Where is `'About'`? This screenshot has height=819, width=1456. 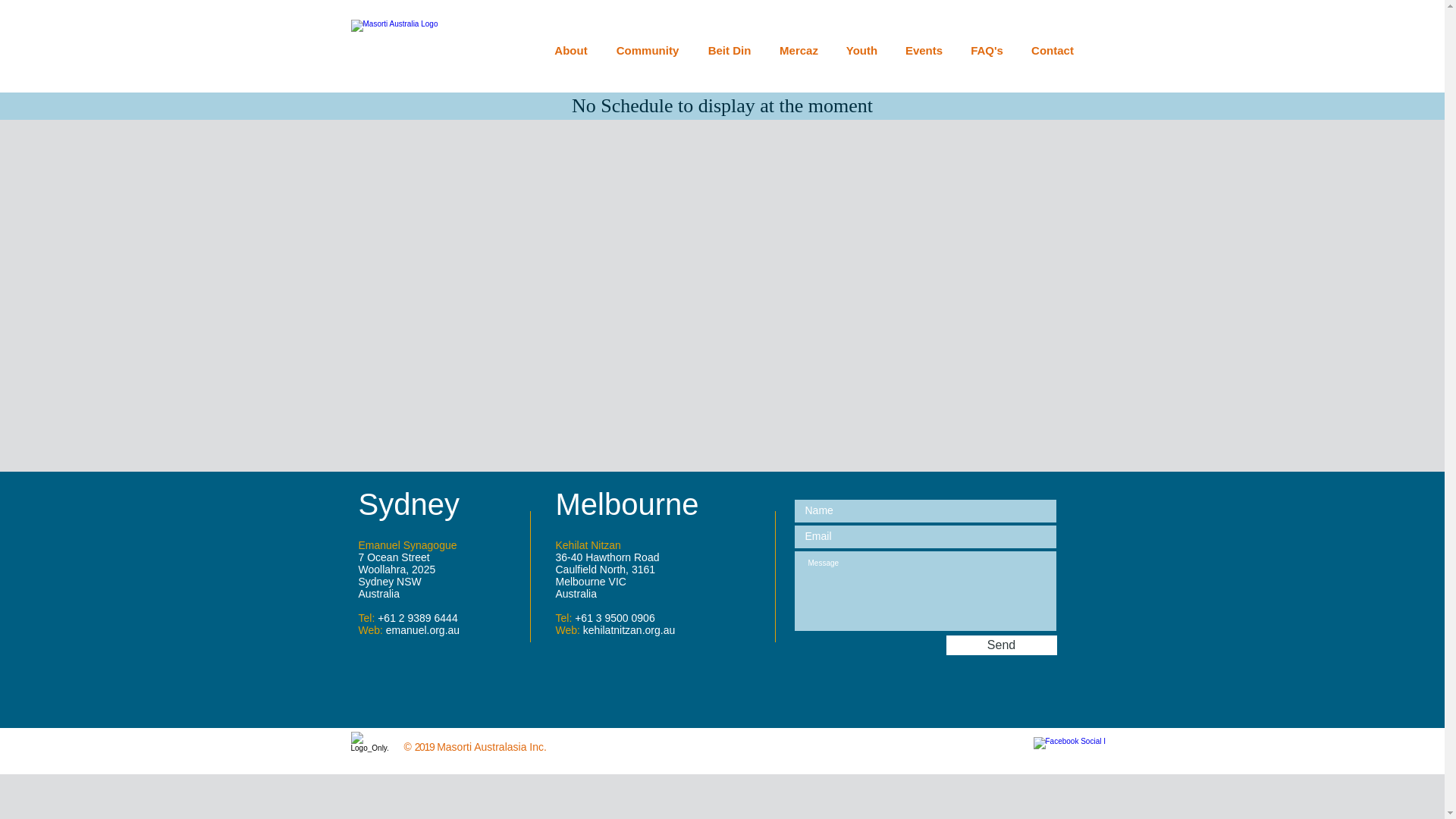
'About' is located at coordinates (570, 49).